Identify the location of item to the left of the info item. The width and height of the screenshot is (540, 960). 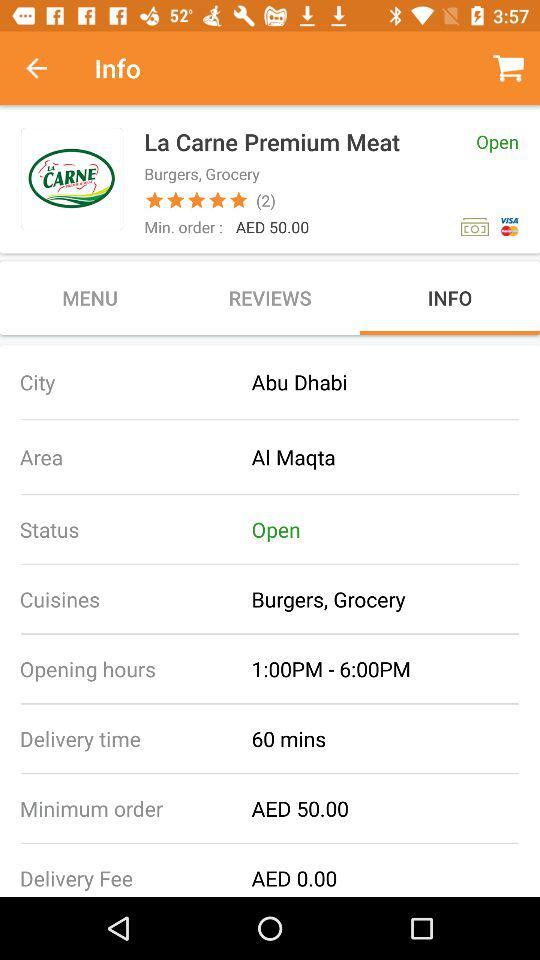
(47, 68).